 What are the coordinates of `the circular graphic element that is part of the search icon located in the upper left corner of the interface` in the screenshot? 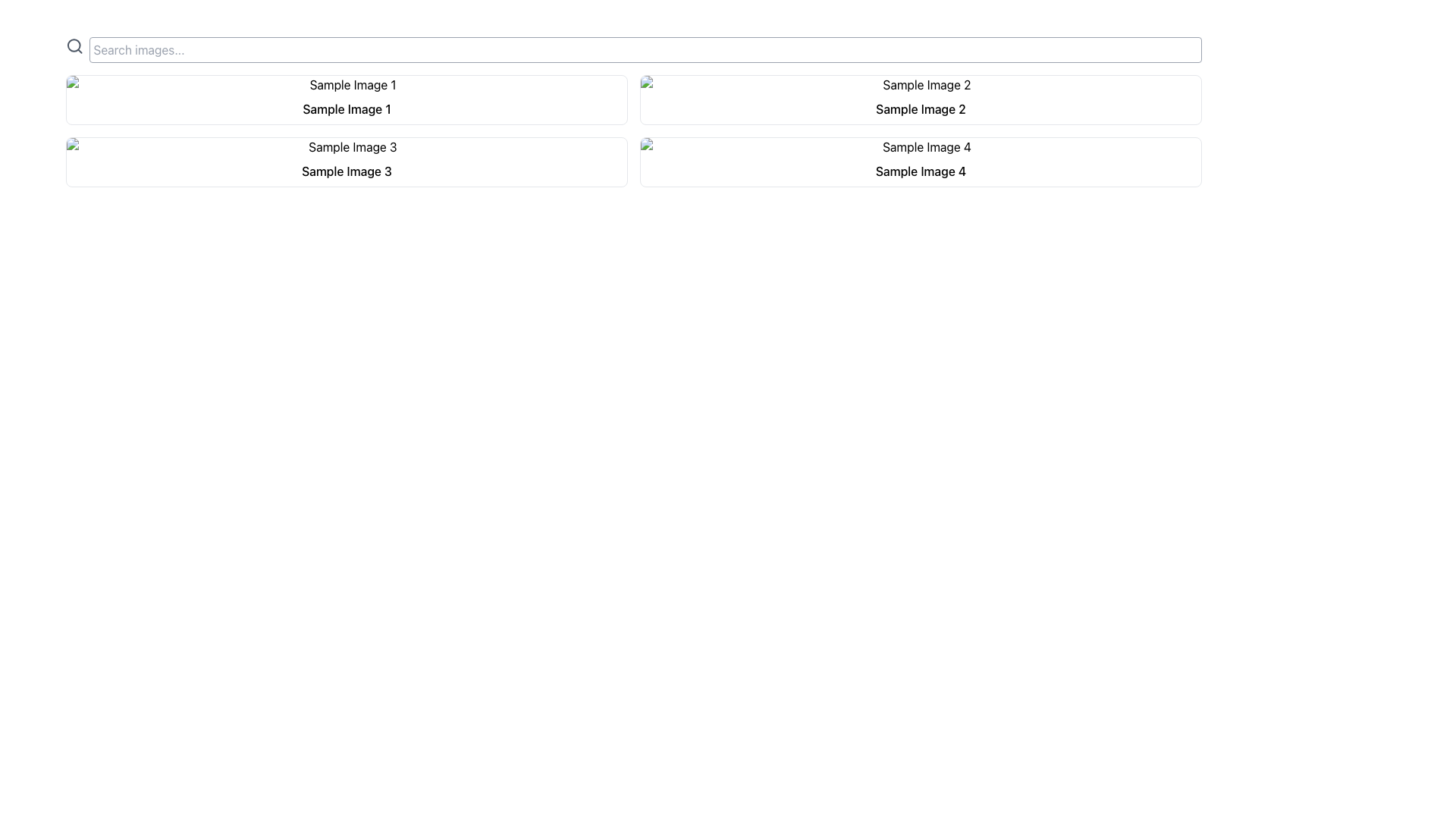 It's located at (73, 45).